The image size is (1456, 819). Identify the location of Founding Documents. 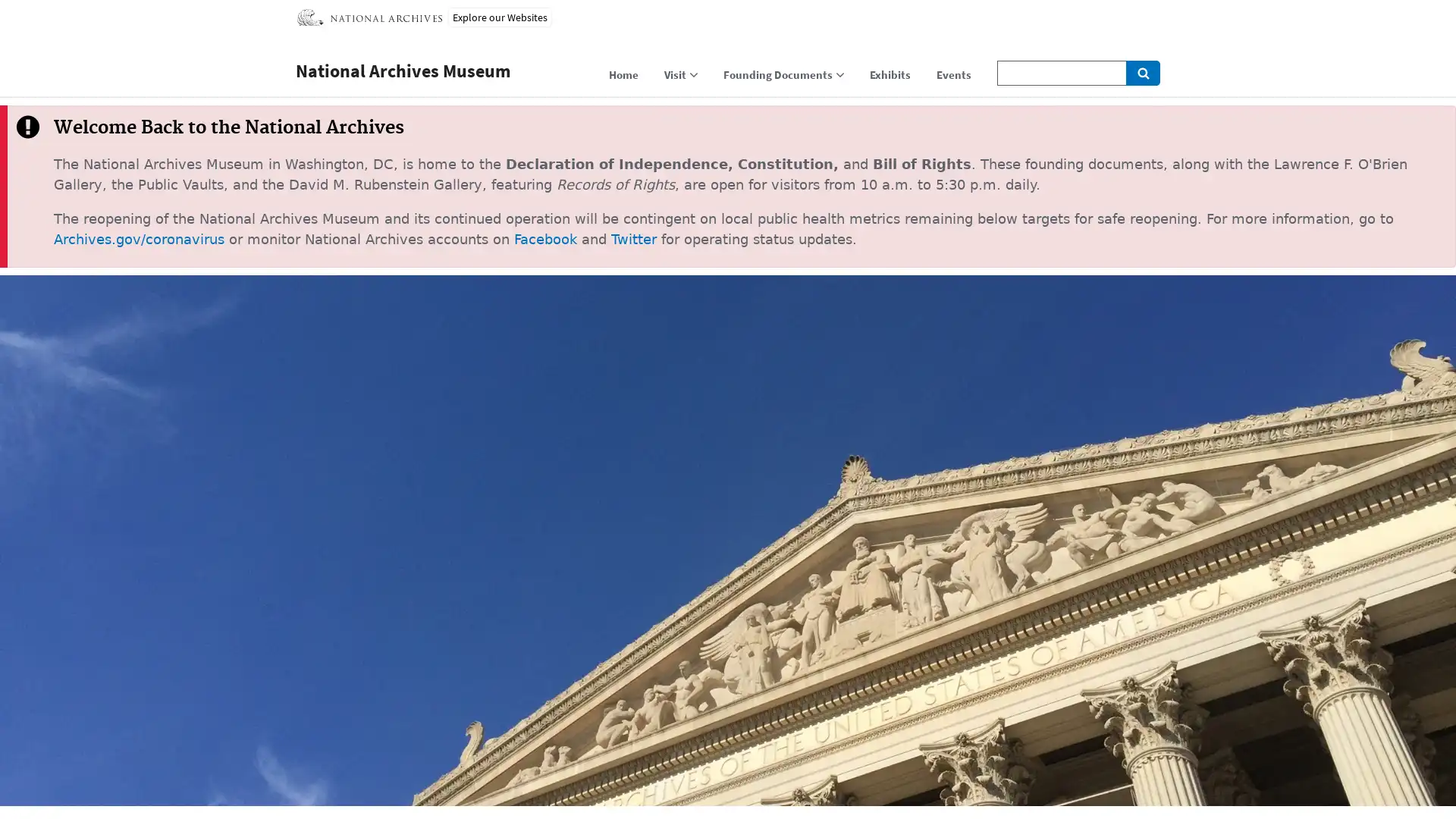
(783, 78).